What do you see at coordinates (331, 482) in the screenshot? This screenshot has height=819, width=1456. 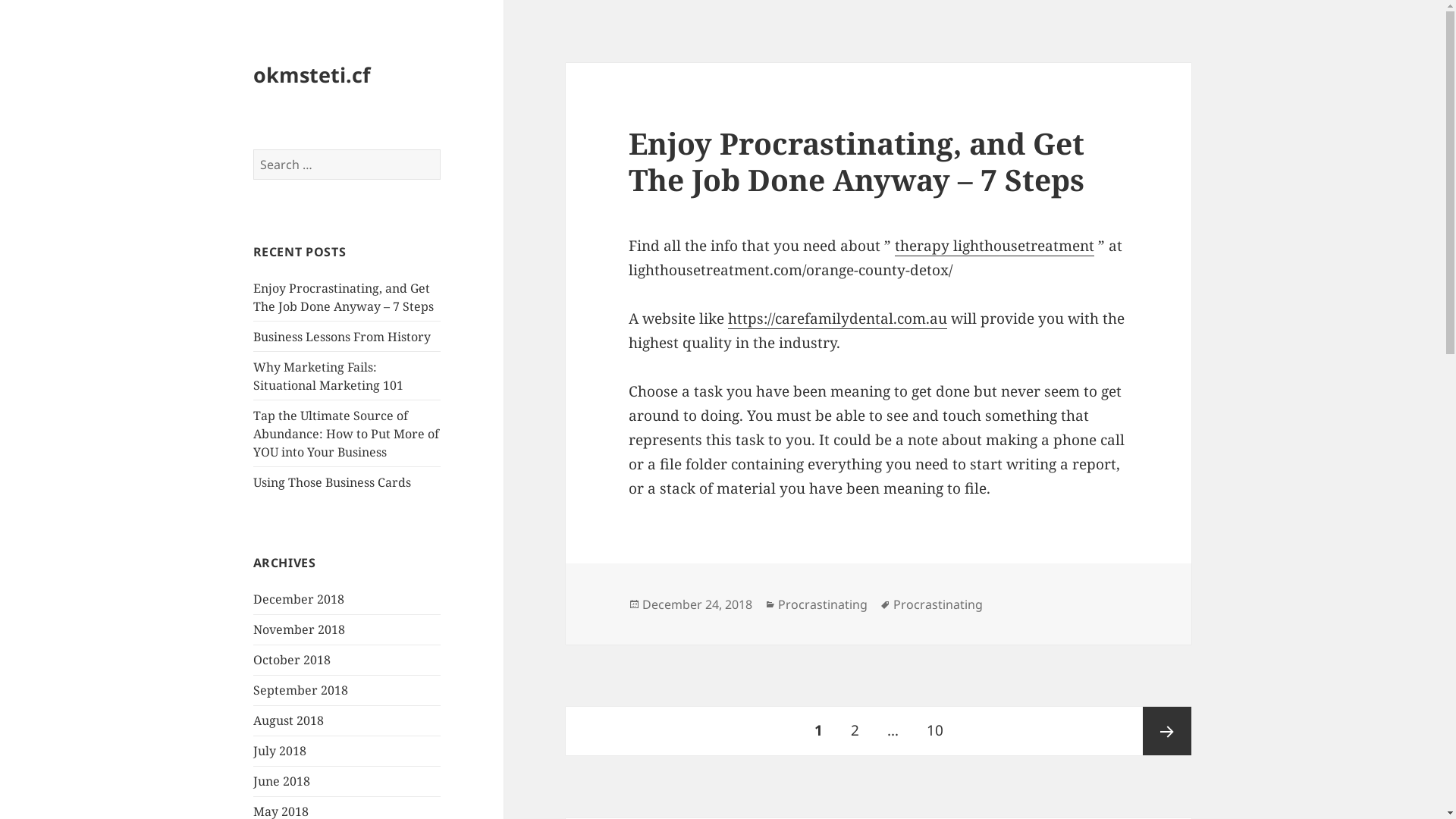 I see `'Using Those Business Cards'` at bounding box center [331, 482].